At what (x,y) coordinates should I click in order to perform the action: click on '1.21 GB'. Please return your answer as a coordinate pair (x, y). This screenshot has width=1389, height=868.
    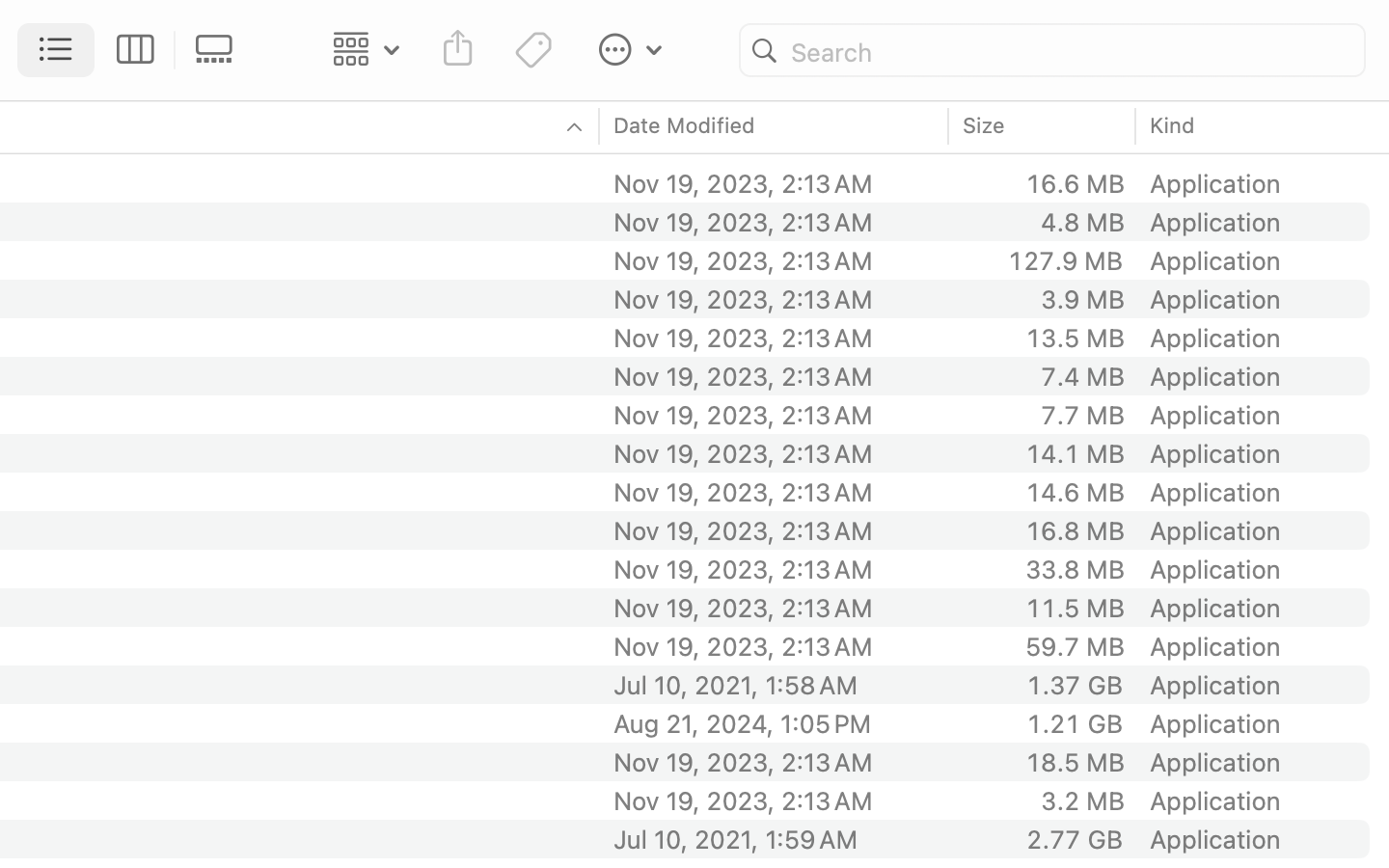
    Looking at the image, I should click on (1073, 721).